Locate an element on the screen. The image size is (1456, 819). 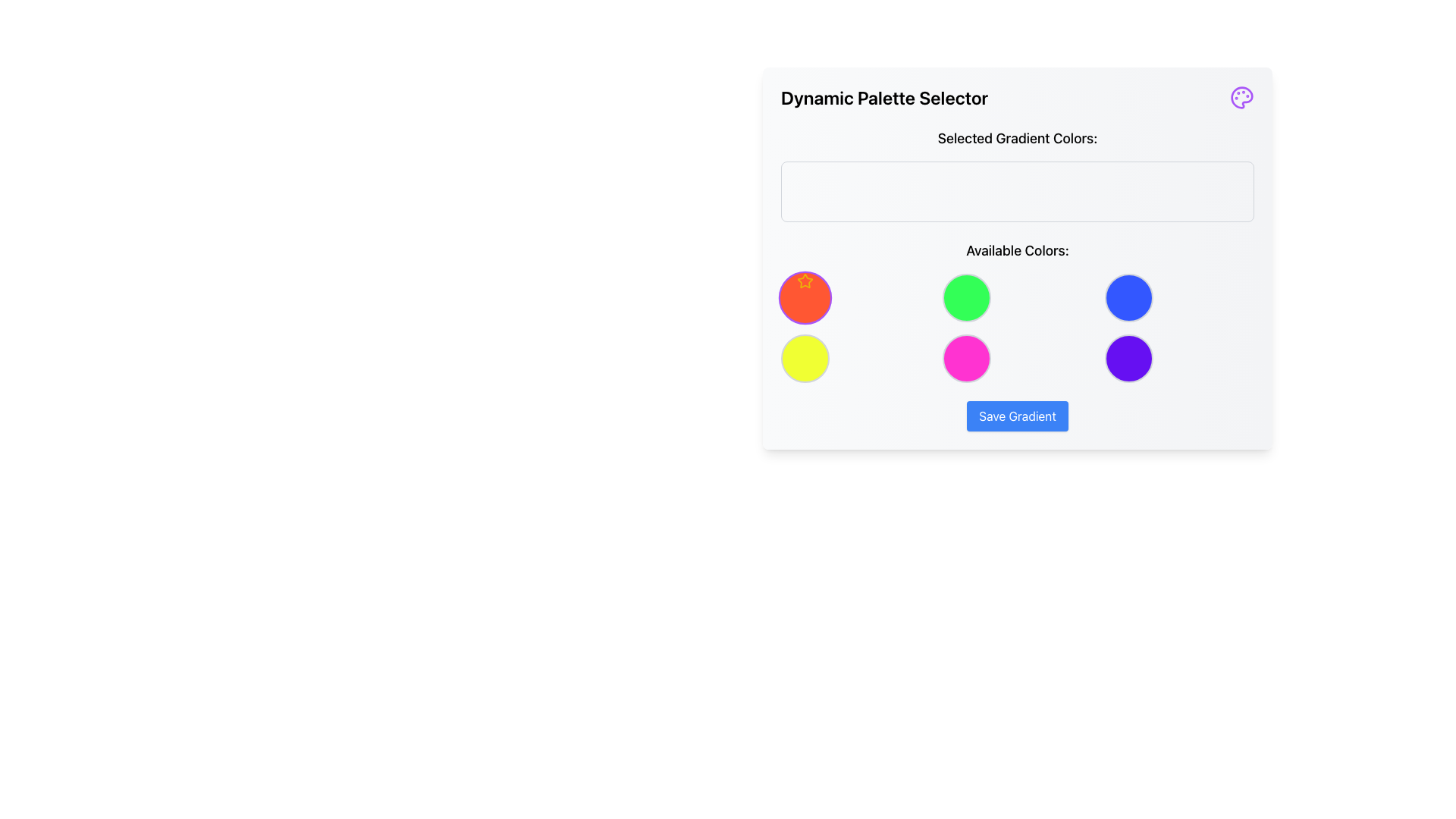
the circular button with a green background located in the first row, second column of the Available Colors section is located at coordinates (966, 298).